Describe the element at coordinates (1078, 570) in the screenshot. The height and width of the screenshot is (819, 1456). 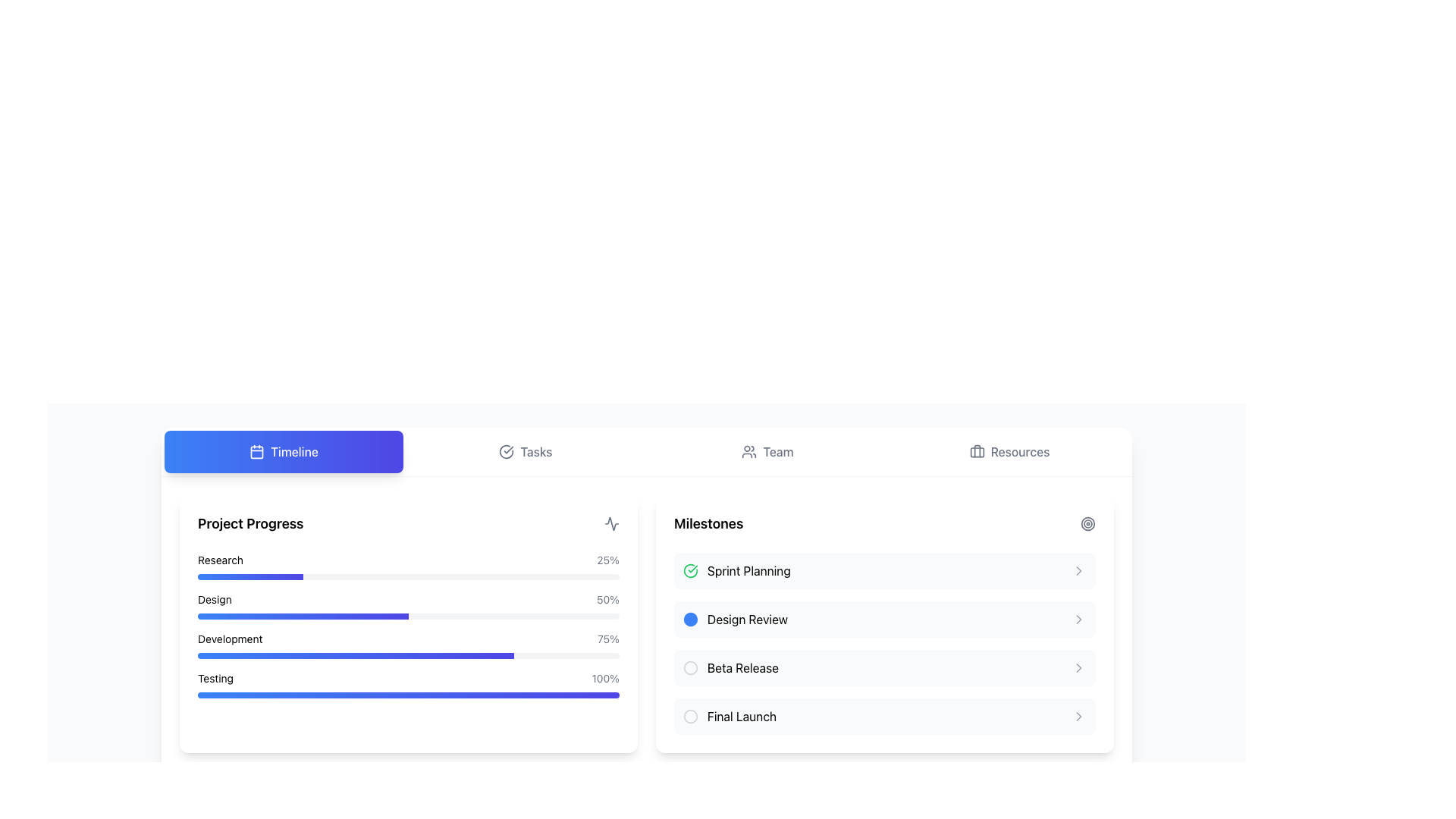
I see `the chevron icon located at the far right end of the 'Sprint Planning' list item` at that location.